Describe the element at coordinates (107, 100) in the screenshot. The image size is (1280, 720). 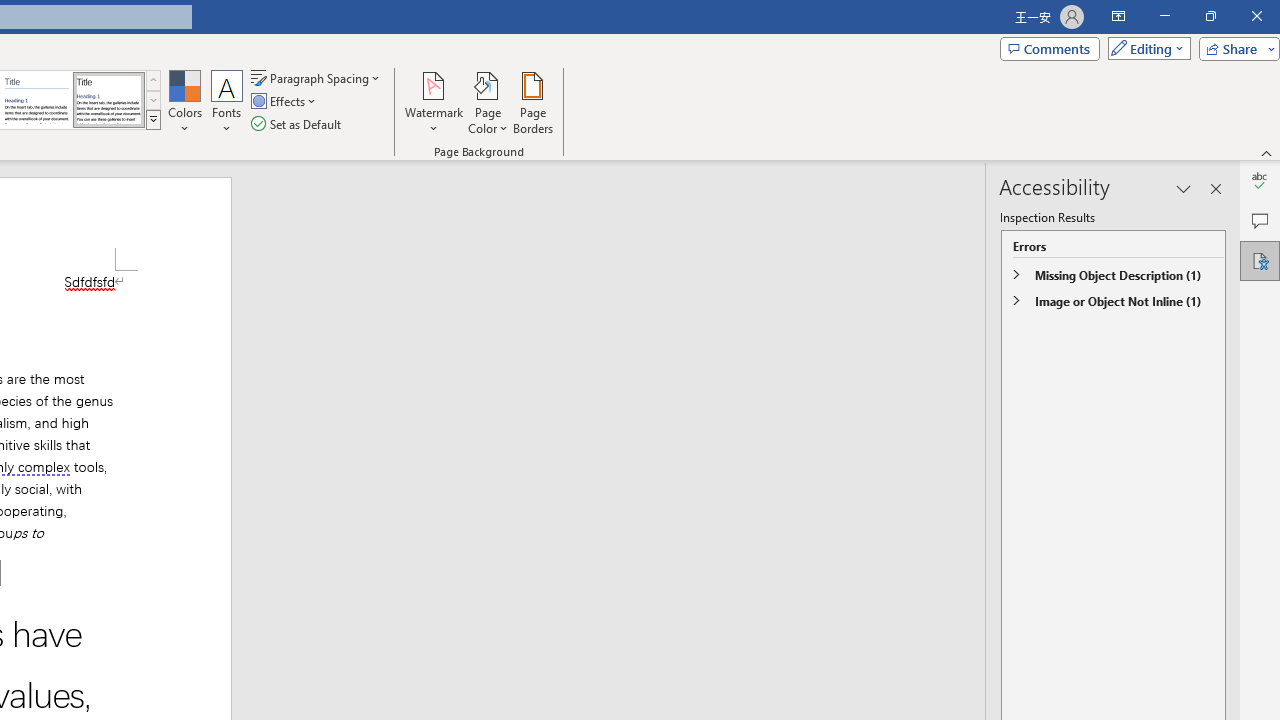
I see `'Word 2013'` at that location.